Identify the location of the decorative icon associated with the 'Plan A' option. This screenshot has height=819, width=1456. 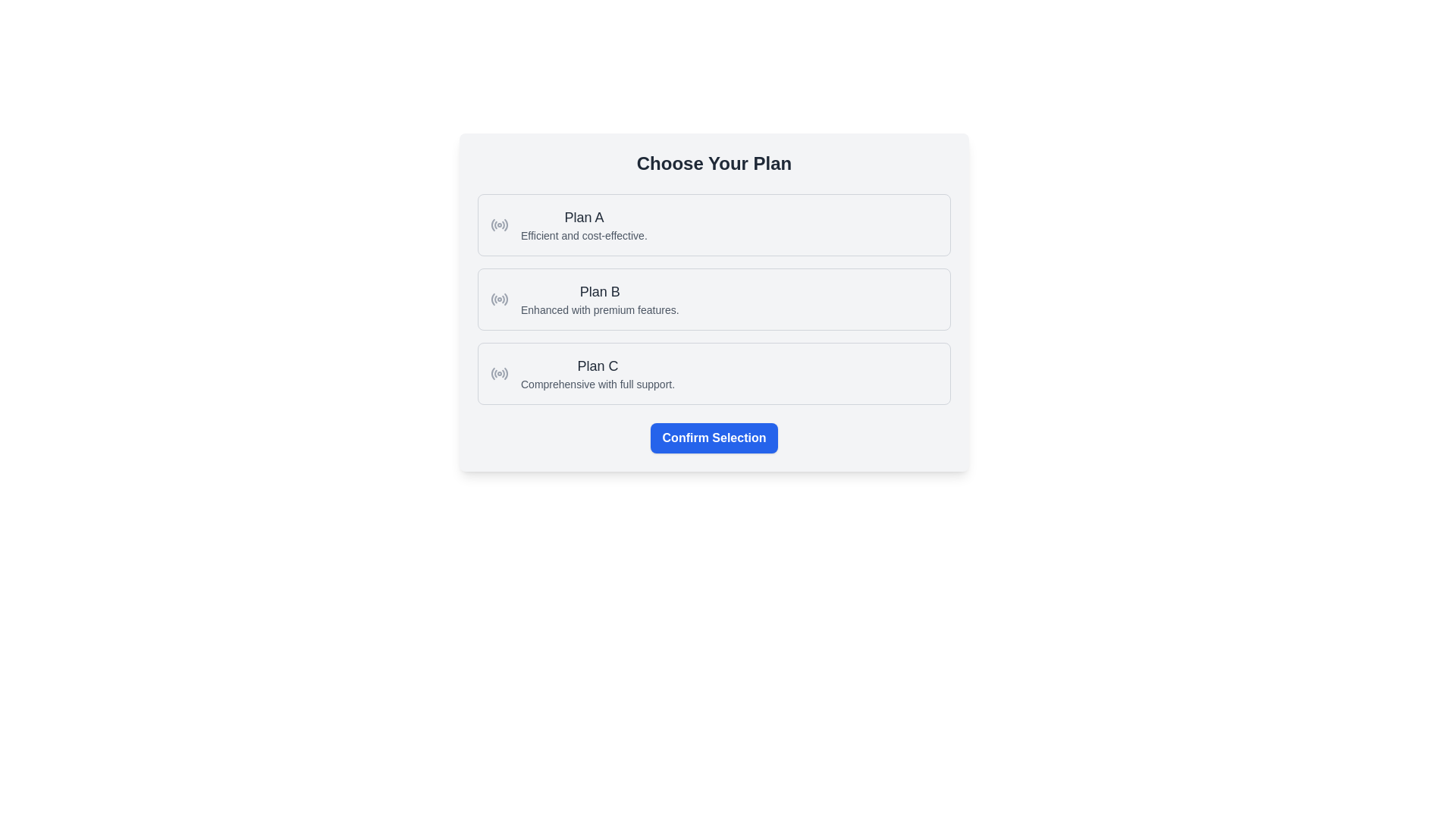
(499, 225).